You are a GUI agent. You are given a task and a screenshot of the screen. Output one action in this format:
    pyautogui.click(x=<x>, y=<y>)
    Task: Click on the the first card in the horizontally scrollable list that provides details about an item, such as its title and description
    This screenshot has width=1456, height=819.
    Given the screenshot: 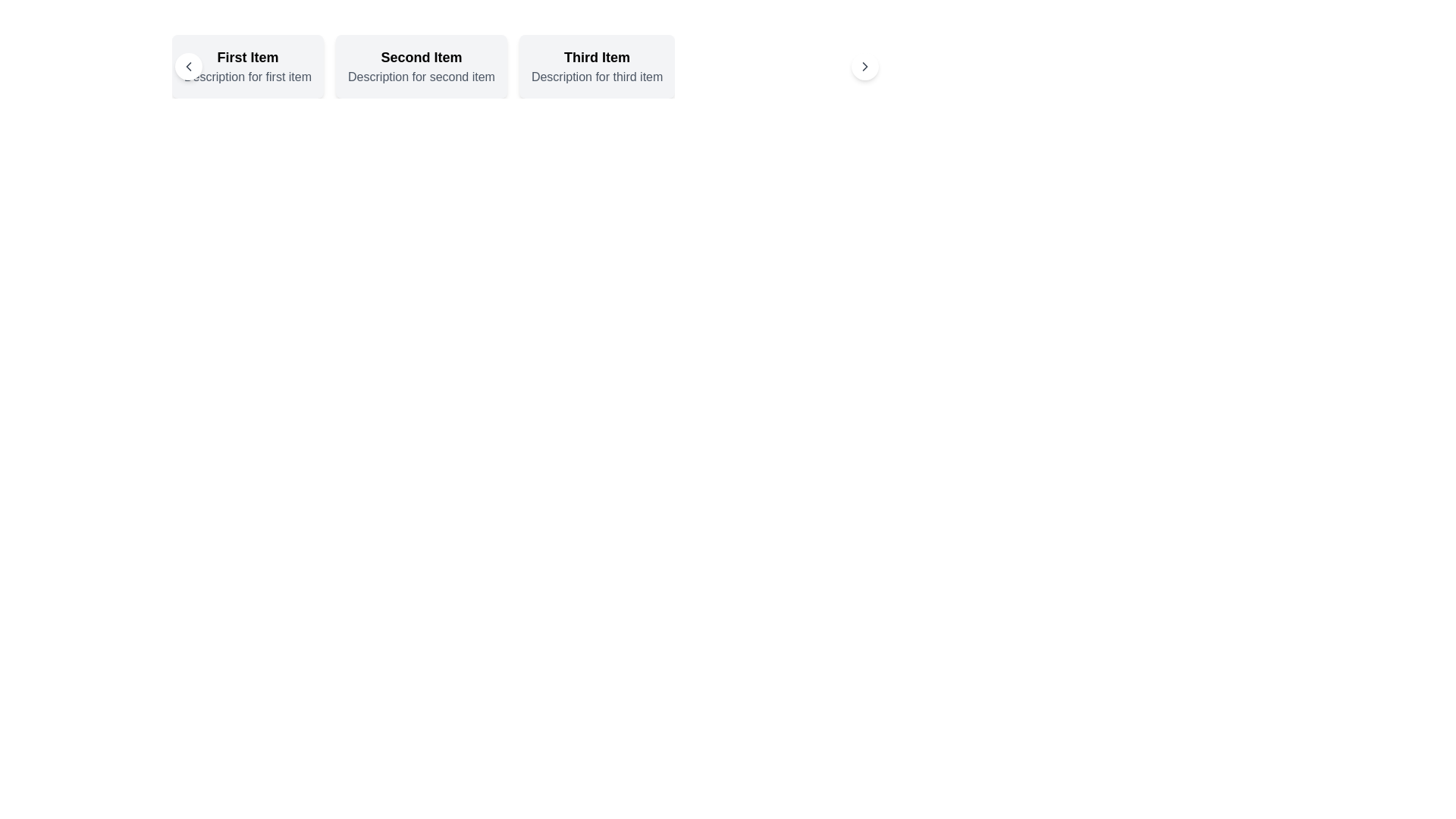 What is the action you would take?
    pyautogui.click(x=247, y=66)
    